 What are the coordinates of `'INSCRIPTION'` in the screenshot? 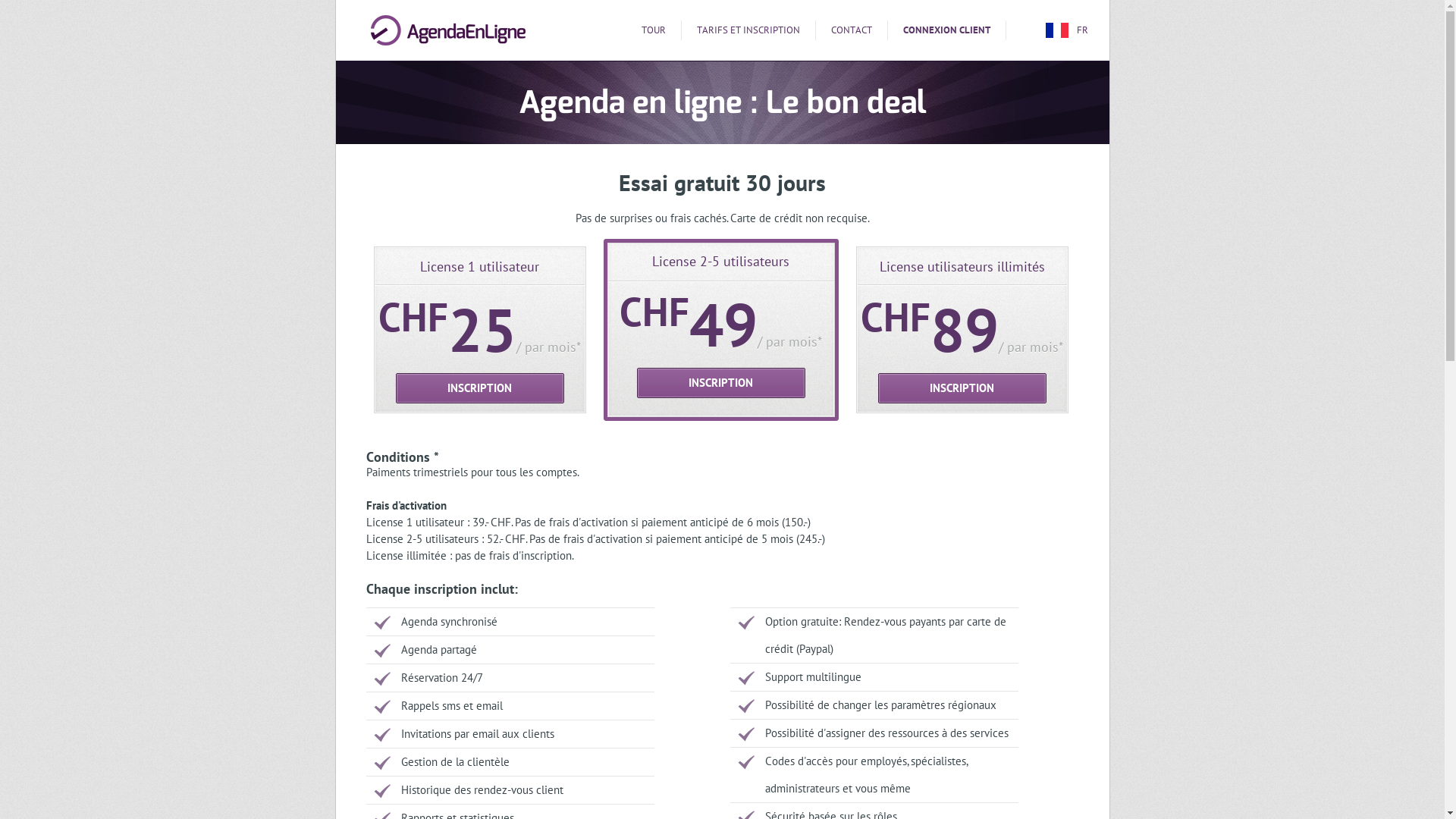 It's located at (396, 388).